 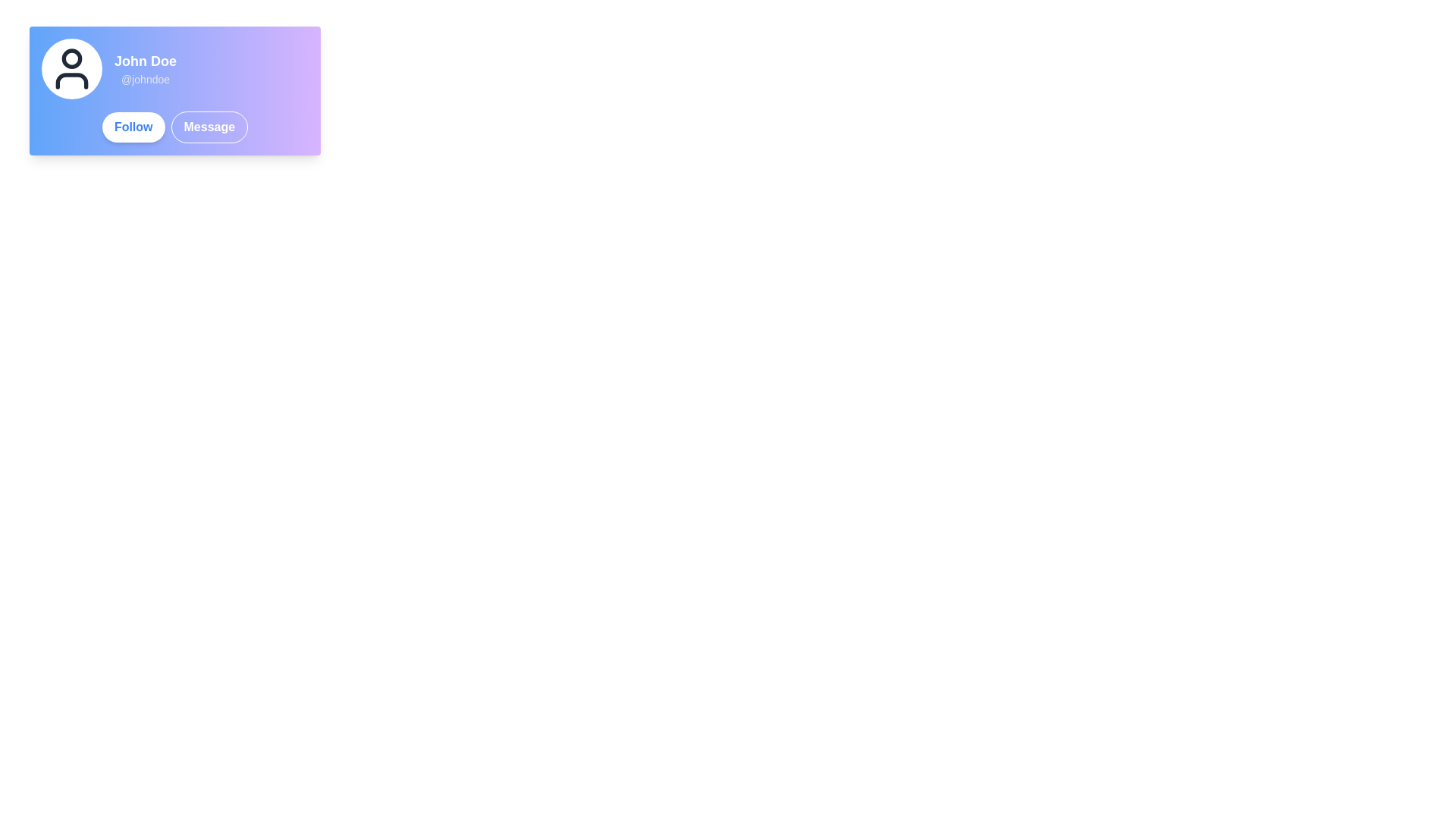 I want to click on the user avatar icon located at the top-left corner of the card layout, which visually represents the user and is non-interactive, so click(x=71, y=69).